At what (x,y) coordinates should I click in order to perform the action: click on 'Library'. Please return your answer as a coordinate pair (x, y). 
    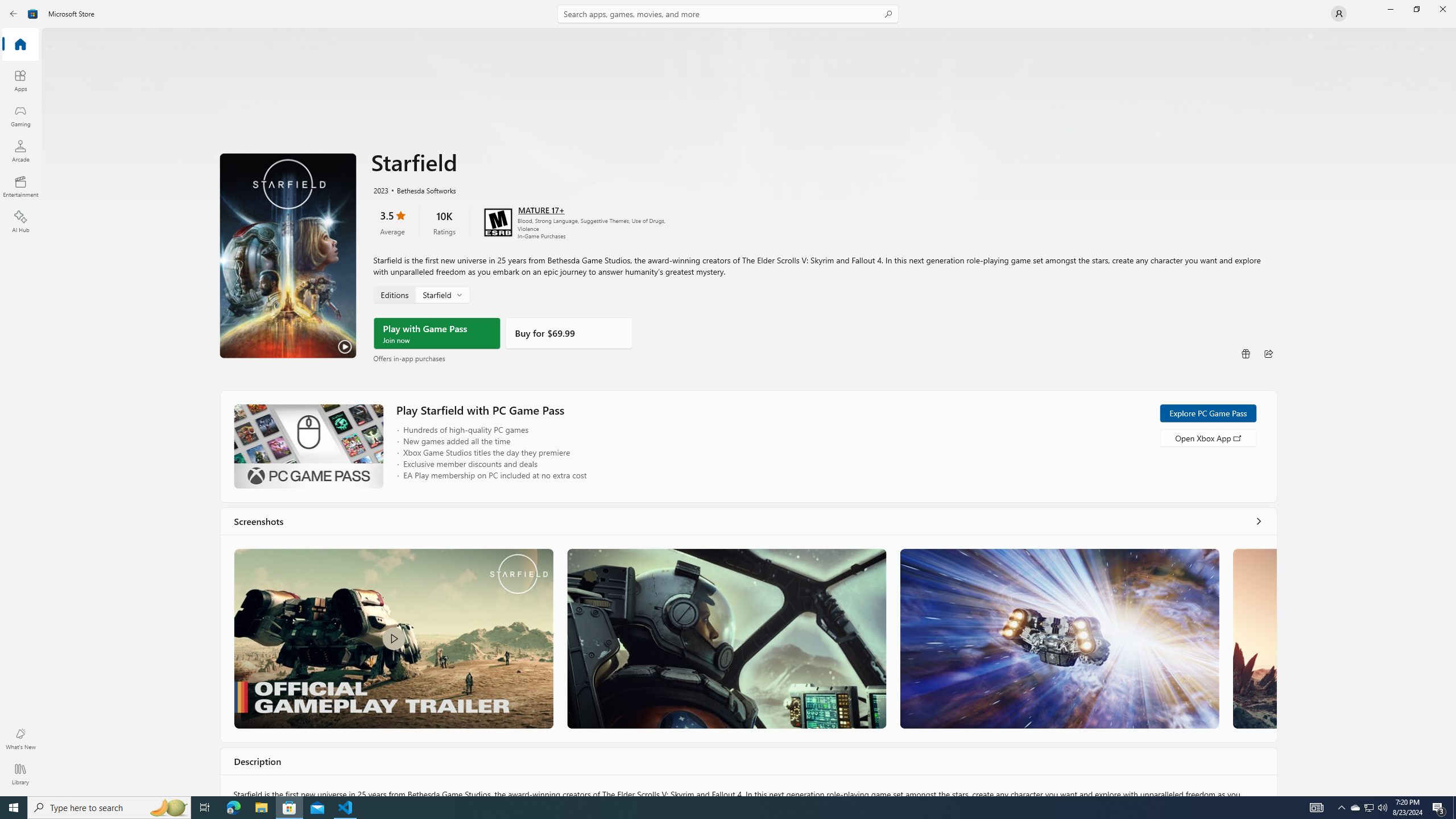
    Looking at the image, I should click on (19, 773).